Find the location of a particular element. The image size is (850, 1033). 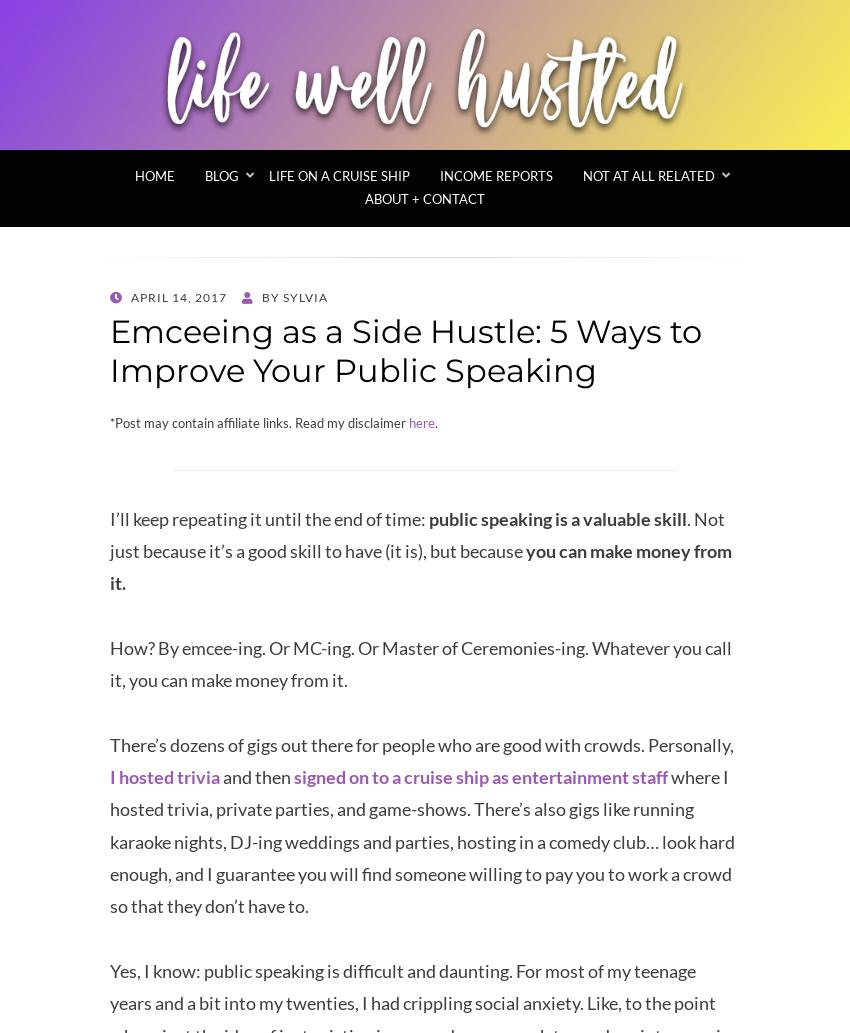

'April 14, 2017' is located at coordinates (178, 295).